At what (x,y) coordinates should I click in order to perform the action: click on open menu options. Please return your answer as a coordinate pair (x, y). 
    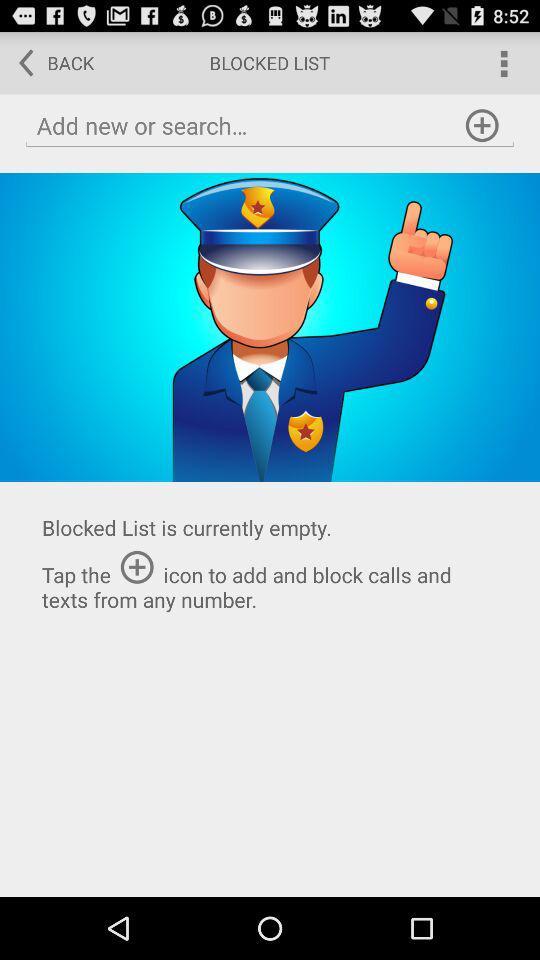
    Looking at the image, I should click on (502, 62).